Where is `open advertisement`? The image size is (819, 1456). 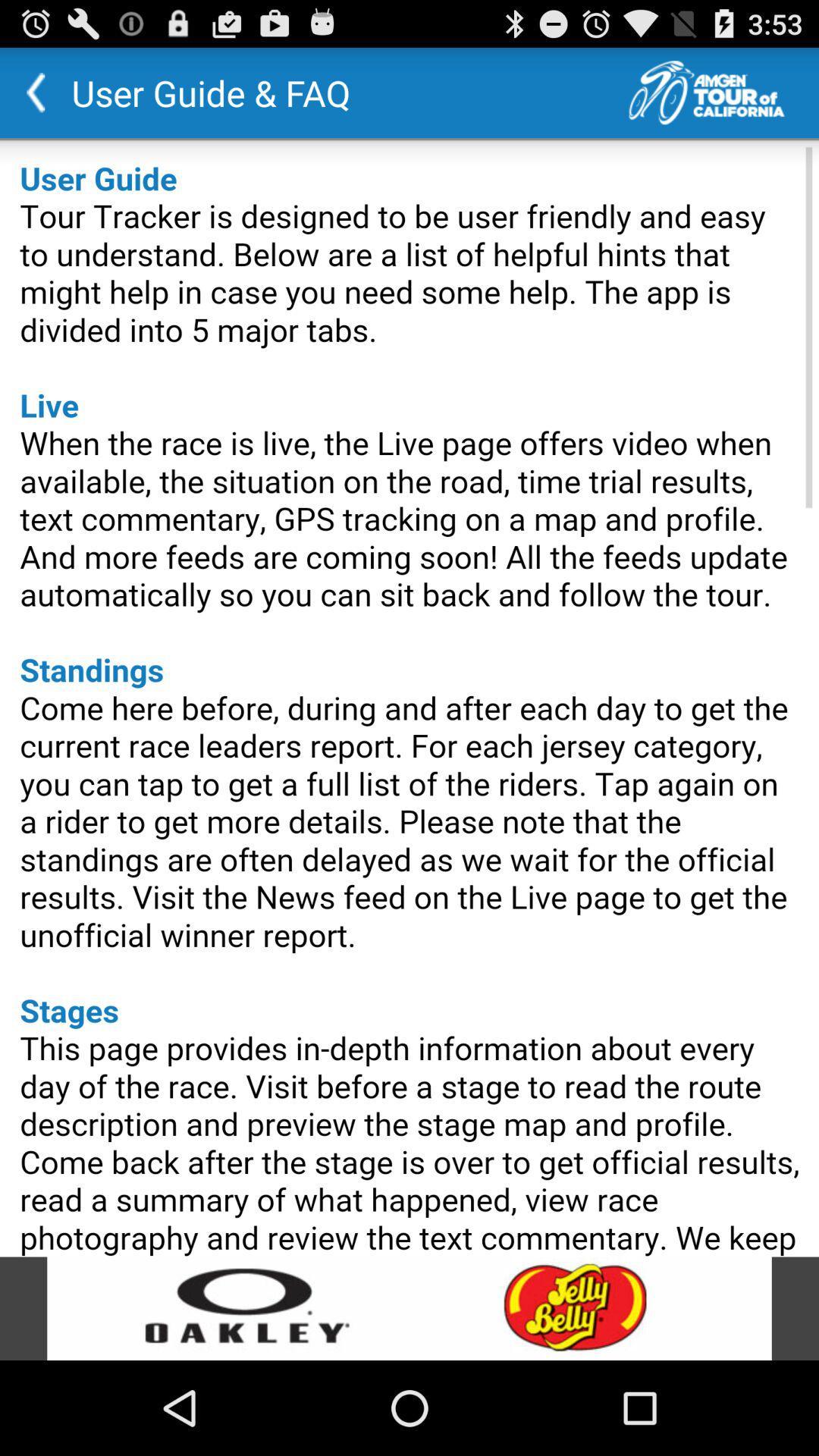 open advertisement is located at coordinates (409, 1307).